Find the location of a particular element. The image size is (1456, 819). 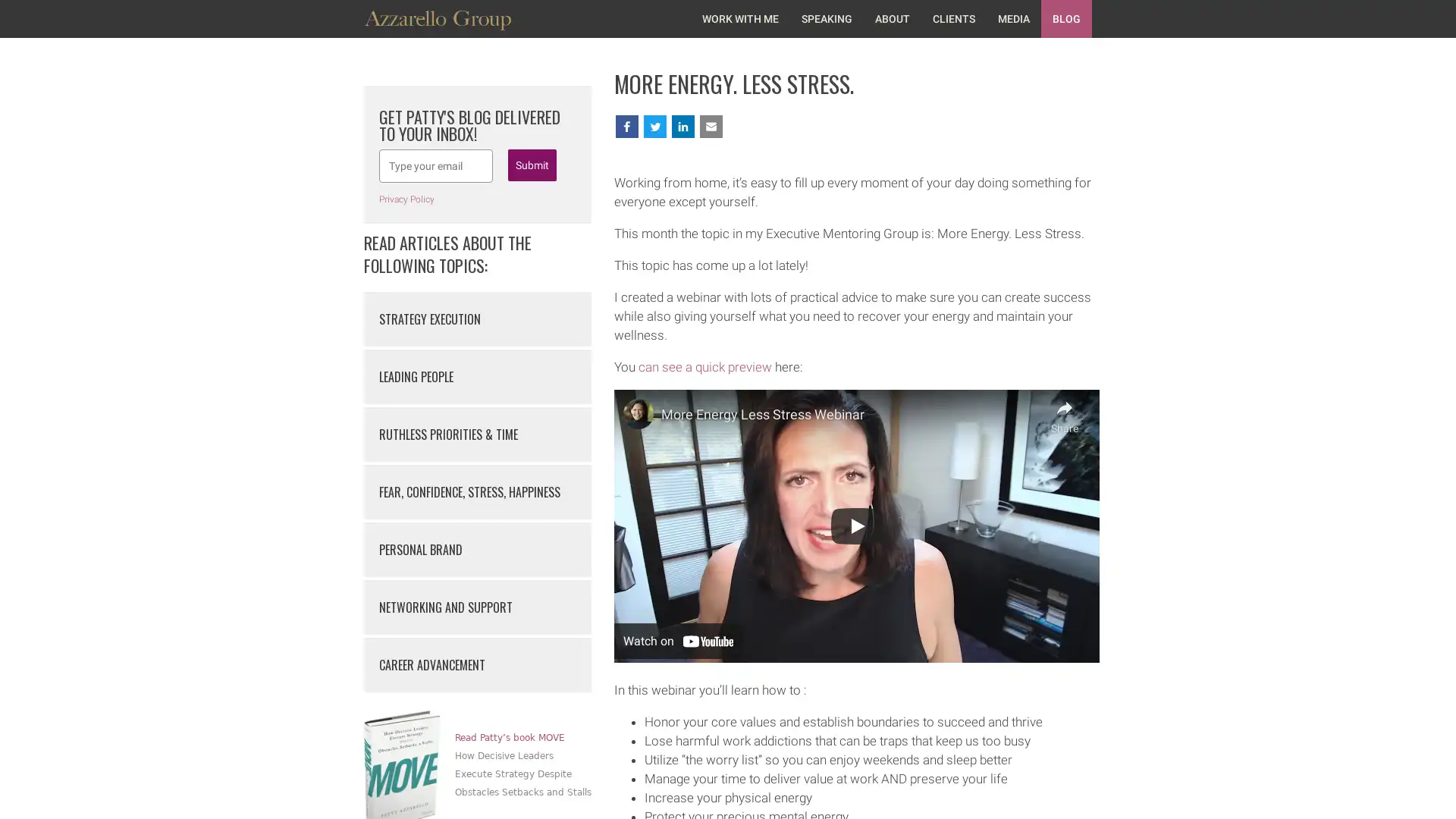

LEADING PEOPLE is located at coordinates (476, 376).